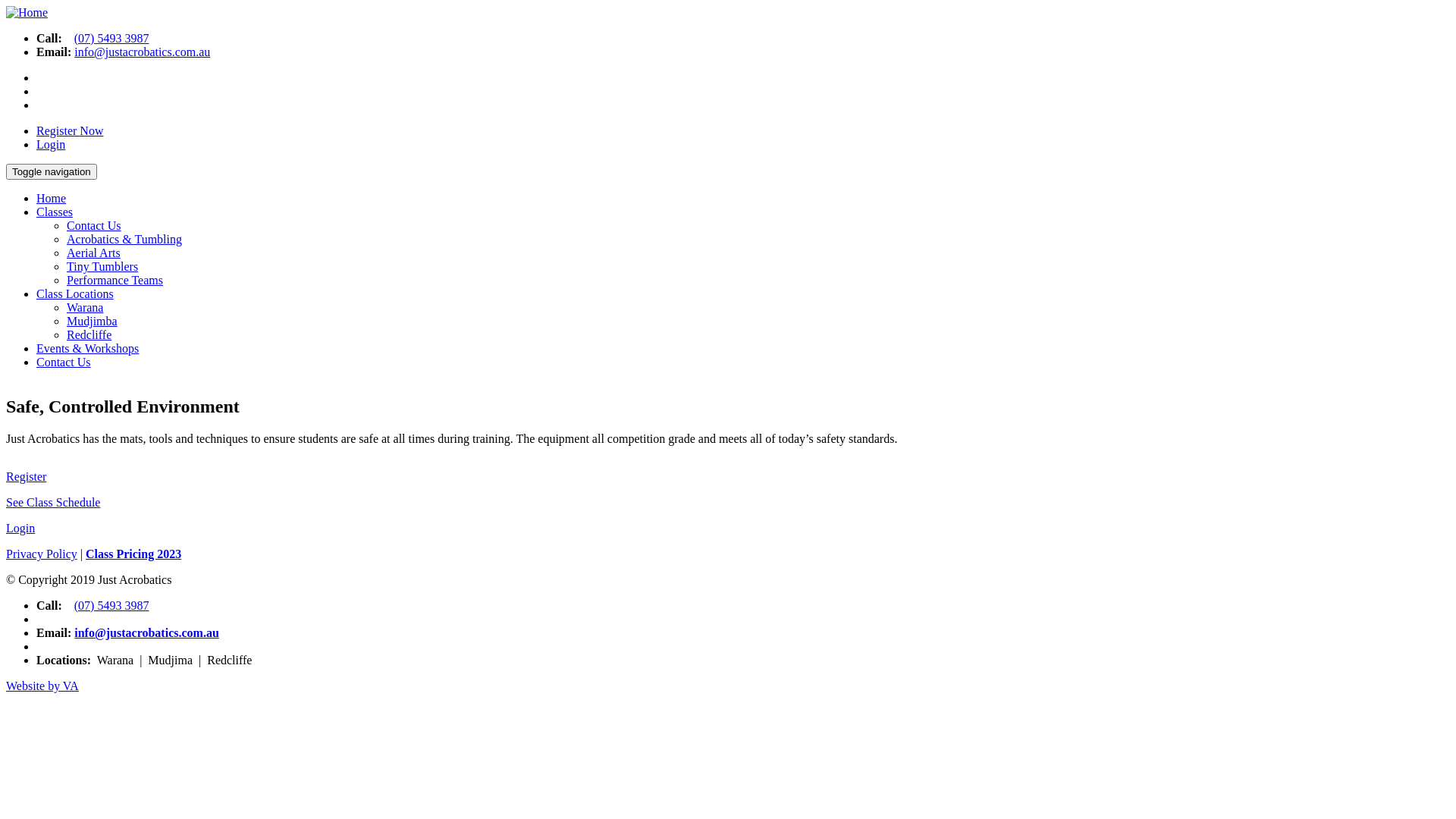 The width and height of the screenshot is (1456, 819). I want to click on 'Acrobatics & Tumbling', so click(124, 239).